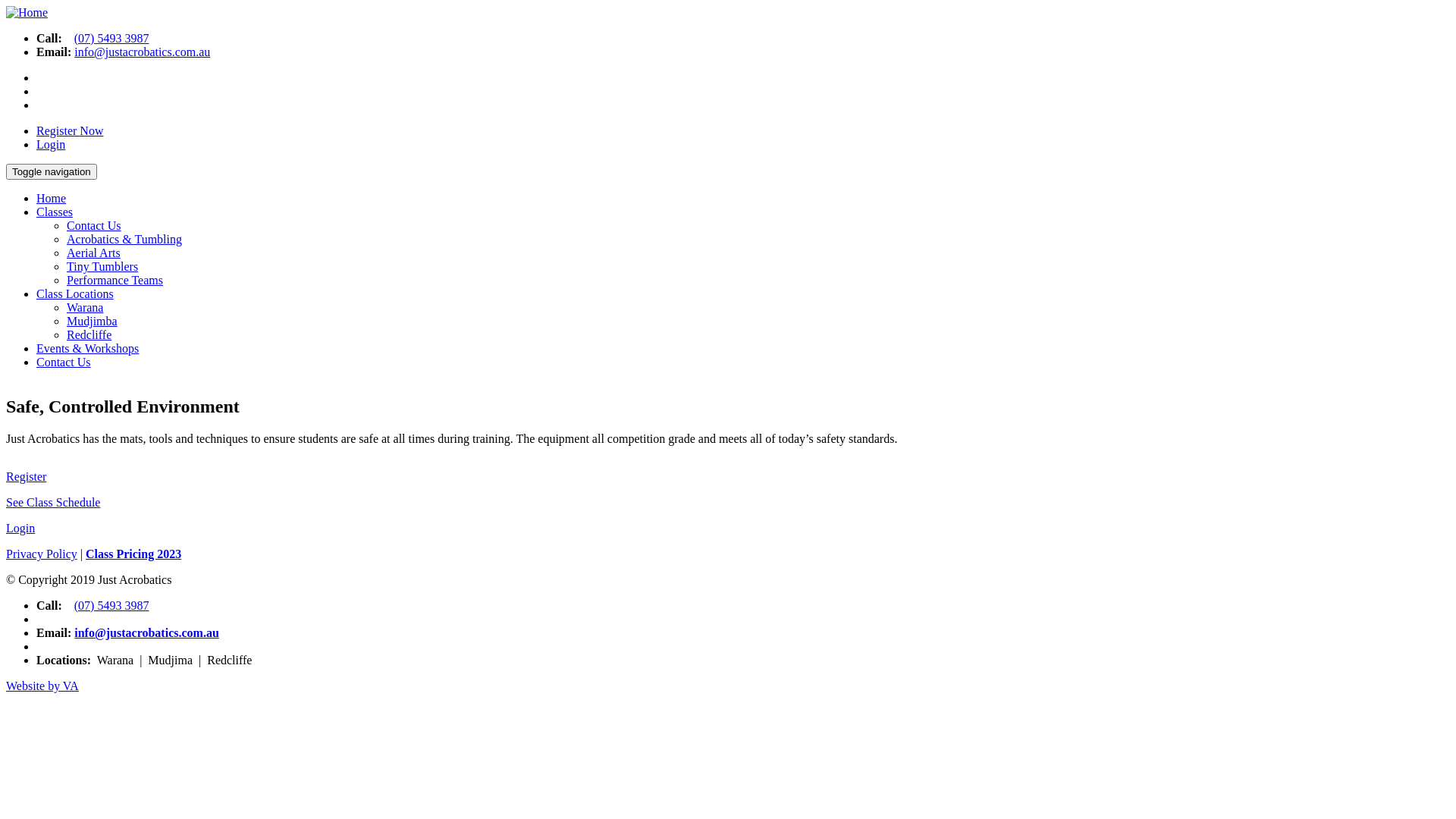 The width and height of the screenshot is (1456, 819). I want to click on 'Acrobatics & Tumbling', so click(124, 239).